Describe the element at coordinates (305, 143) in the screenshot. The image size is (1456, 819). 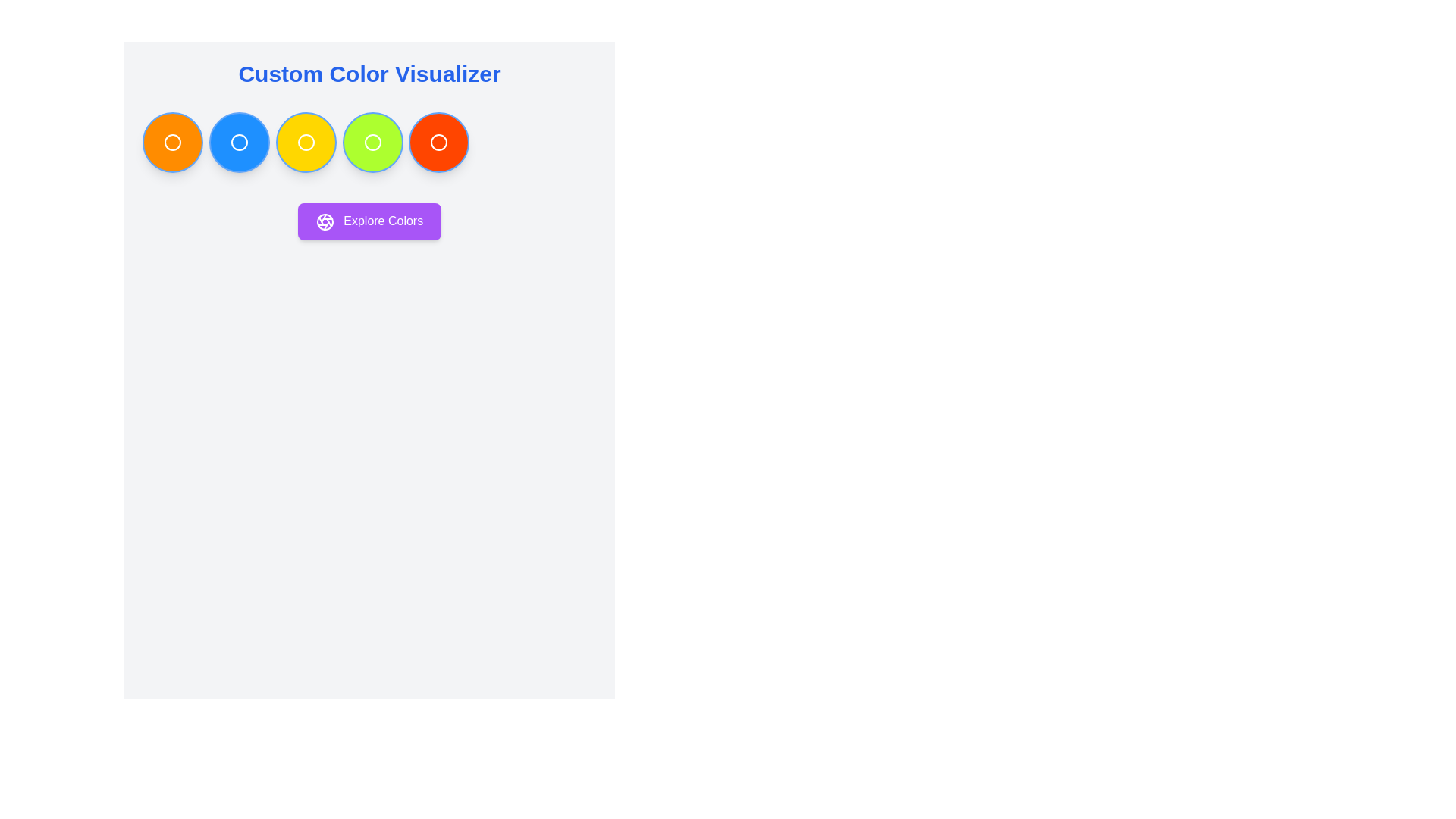
I see `the third yellow circle with a white border in the sequence of five colored circles located below the title 'Custom Color Visualizer'` at that location.